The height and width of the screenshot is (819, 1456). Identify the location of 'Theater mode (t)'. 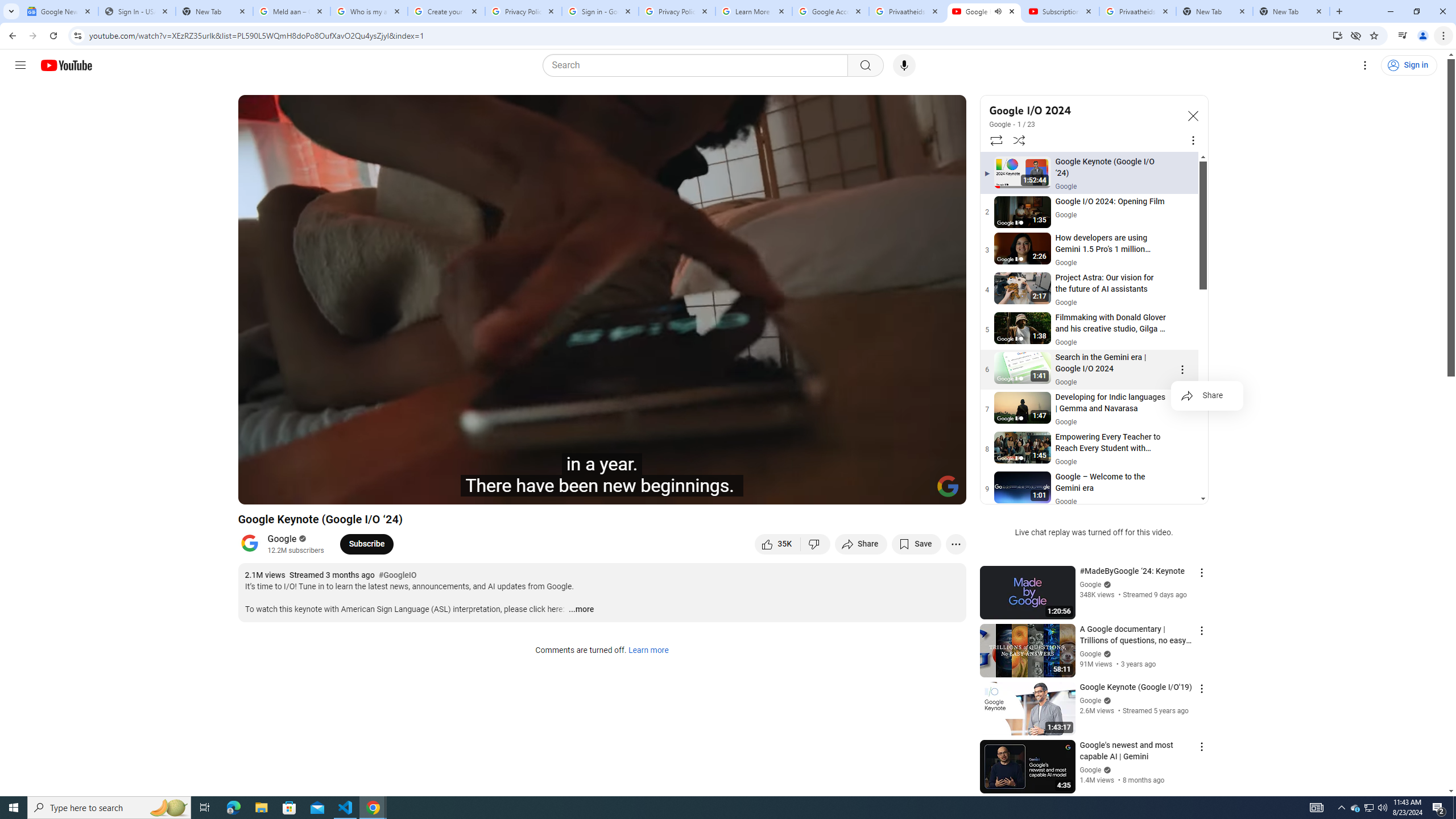
(918, 490).